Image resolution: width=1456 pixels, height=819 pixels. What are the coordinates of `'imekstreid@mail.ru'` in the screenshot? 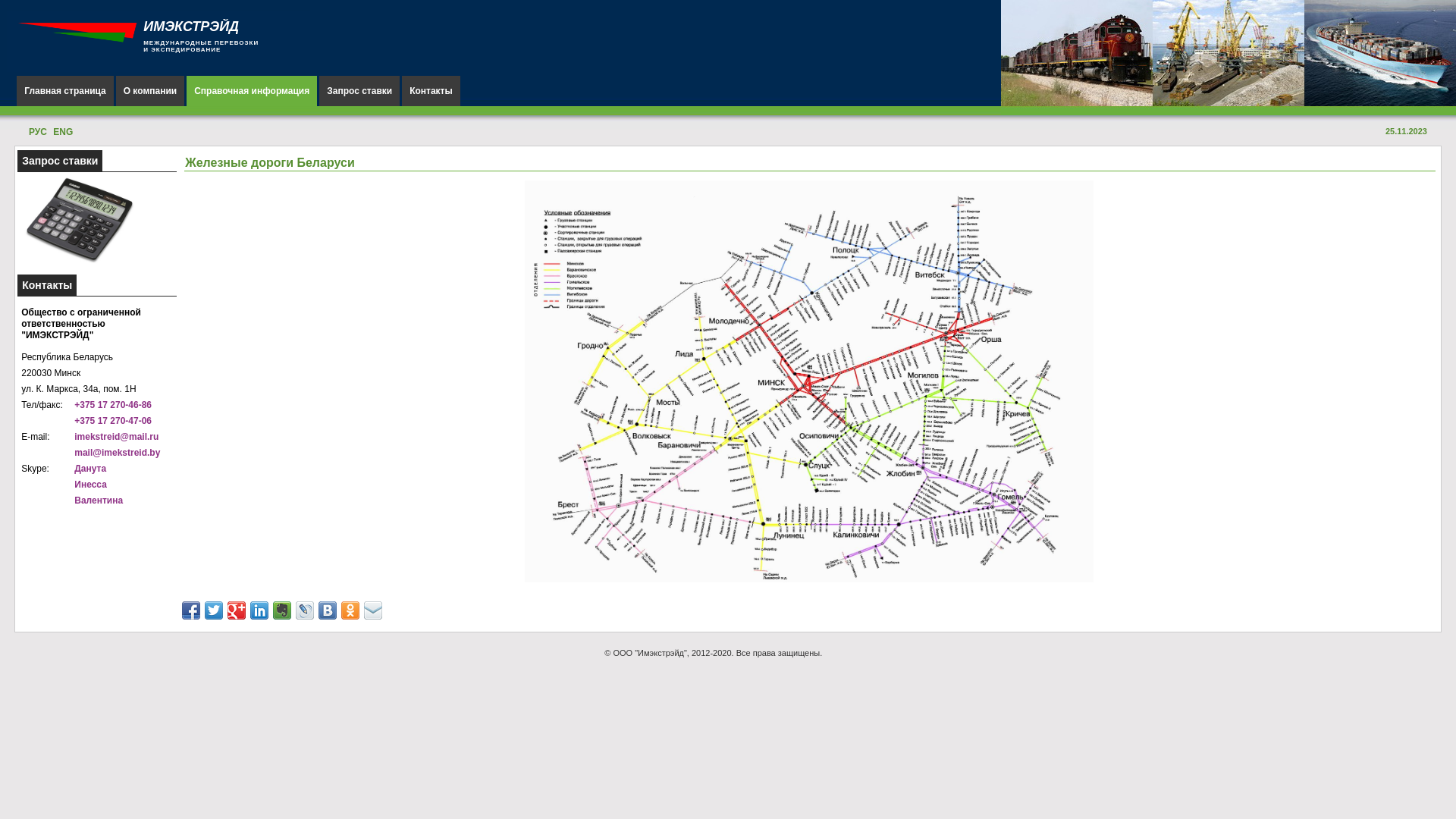 It's located at (73, 436).